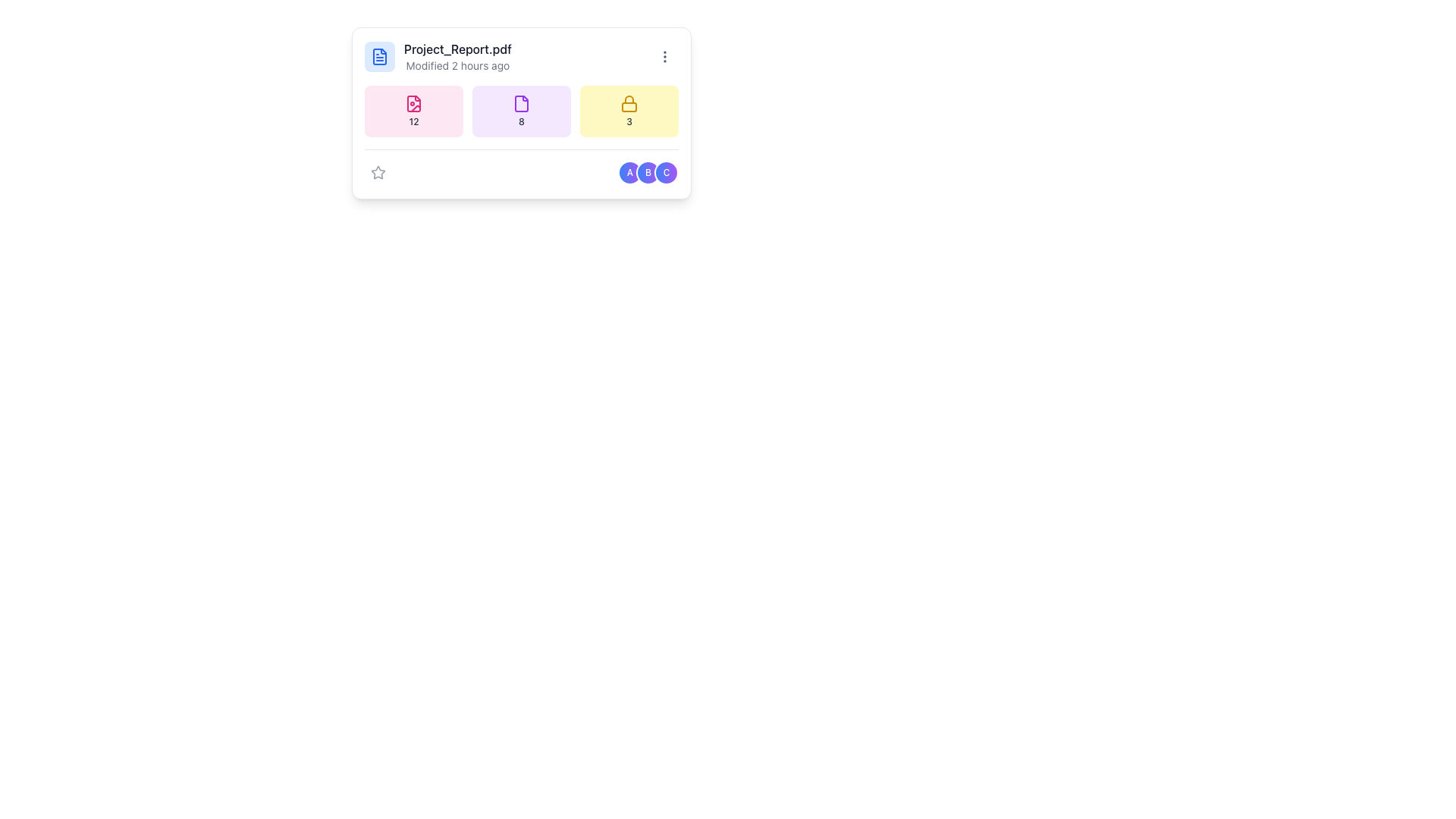  I want to click on the text display component that shows 'Project_Report.pdf' and 'Modified 2 hours ago' located at the top center of a card-like UI component, so click(457, 55).